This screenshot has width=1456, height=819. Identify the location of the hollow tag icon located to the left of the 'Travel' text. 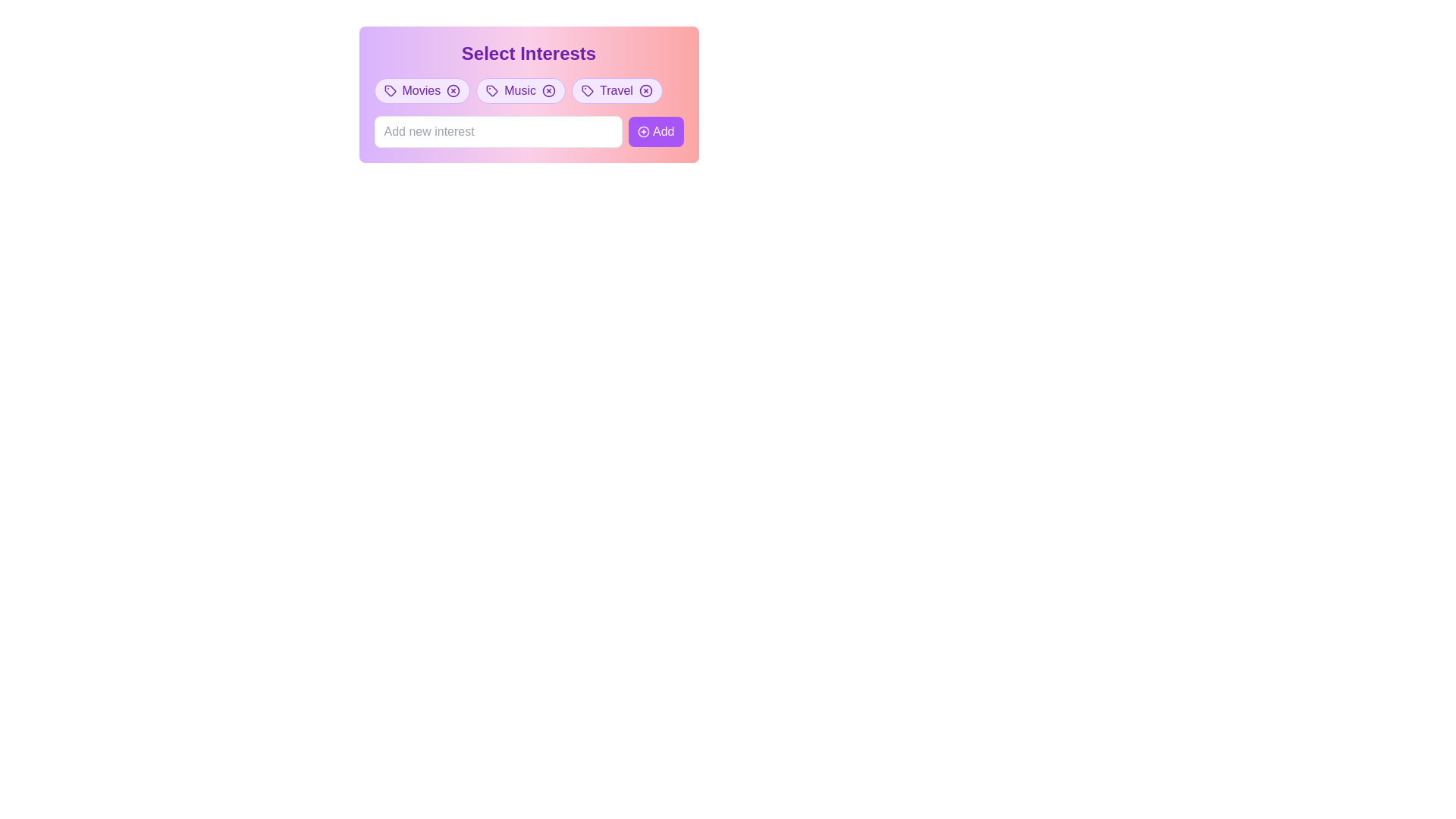
(586, 90).